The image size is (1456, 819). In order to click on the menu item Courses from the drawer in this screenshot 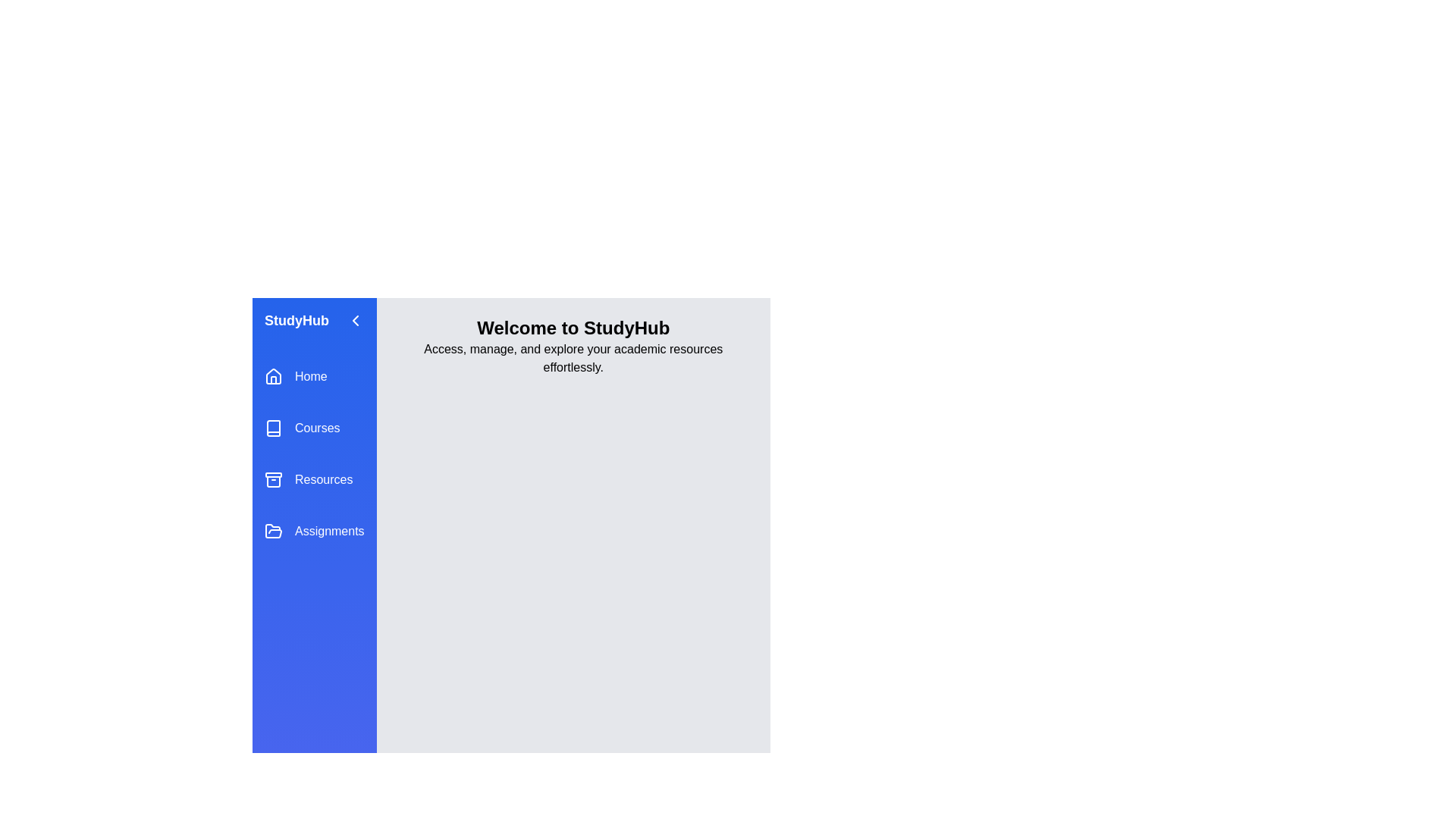, I will do `click(313, 428)`.